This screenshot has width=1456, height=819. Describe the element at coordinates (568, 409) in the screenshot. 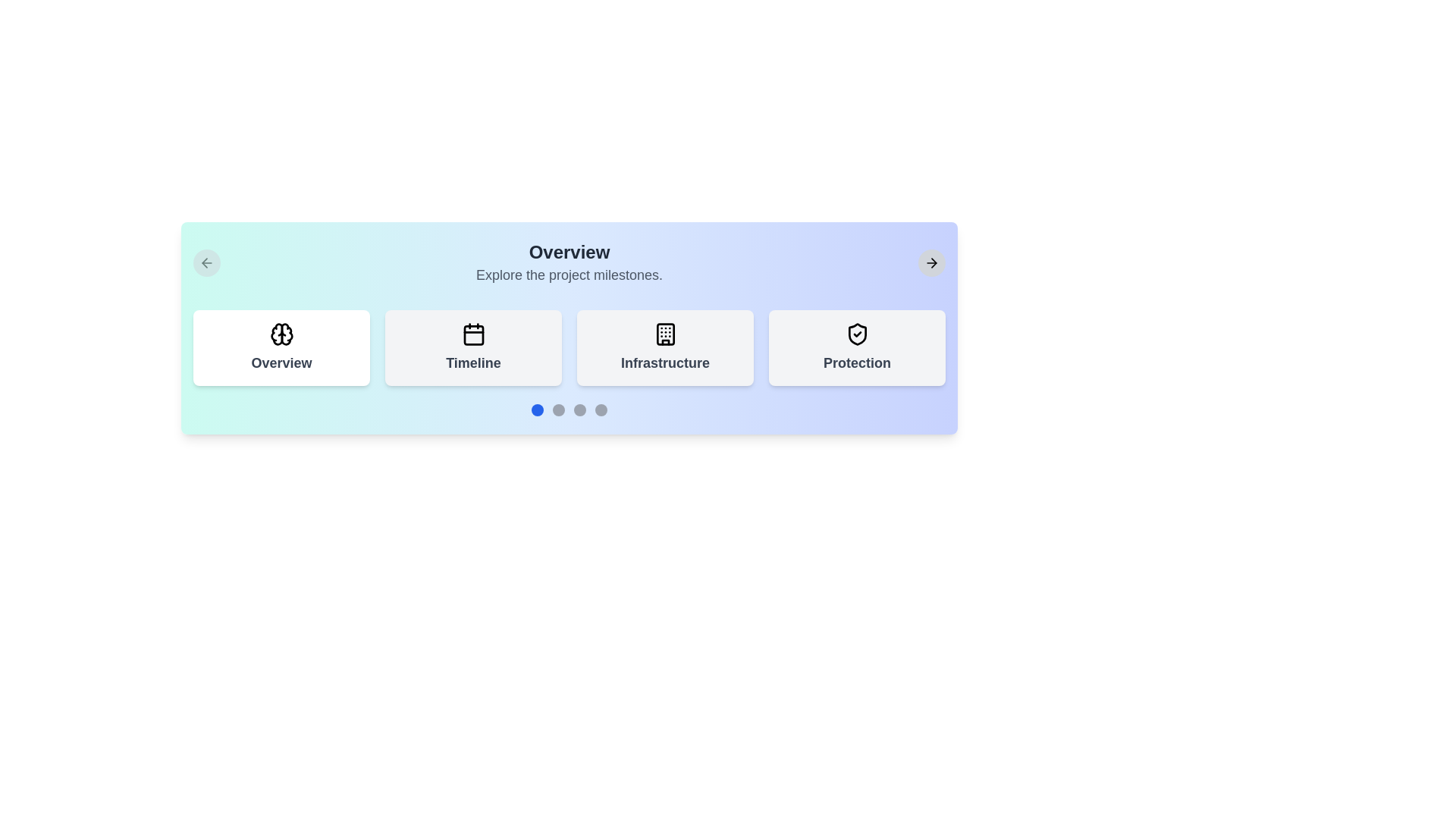

I see `the currently active dot in the pagination indicator located at the bottom of the card, which is centered below the section containing the 'Overview,' 'Timeline,' 'Infrastructure,' and 'Protection' options` at that location.